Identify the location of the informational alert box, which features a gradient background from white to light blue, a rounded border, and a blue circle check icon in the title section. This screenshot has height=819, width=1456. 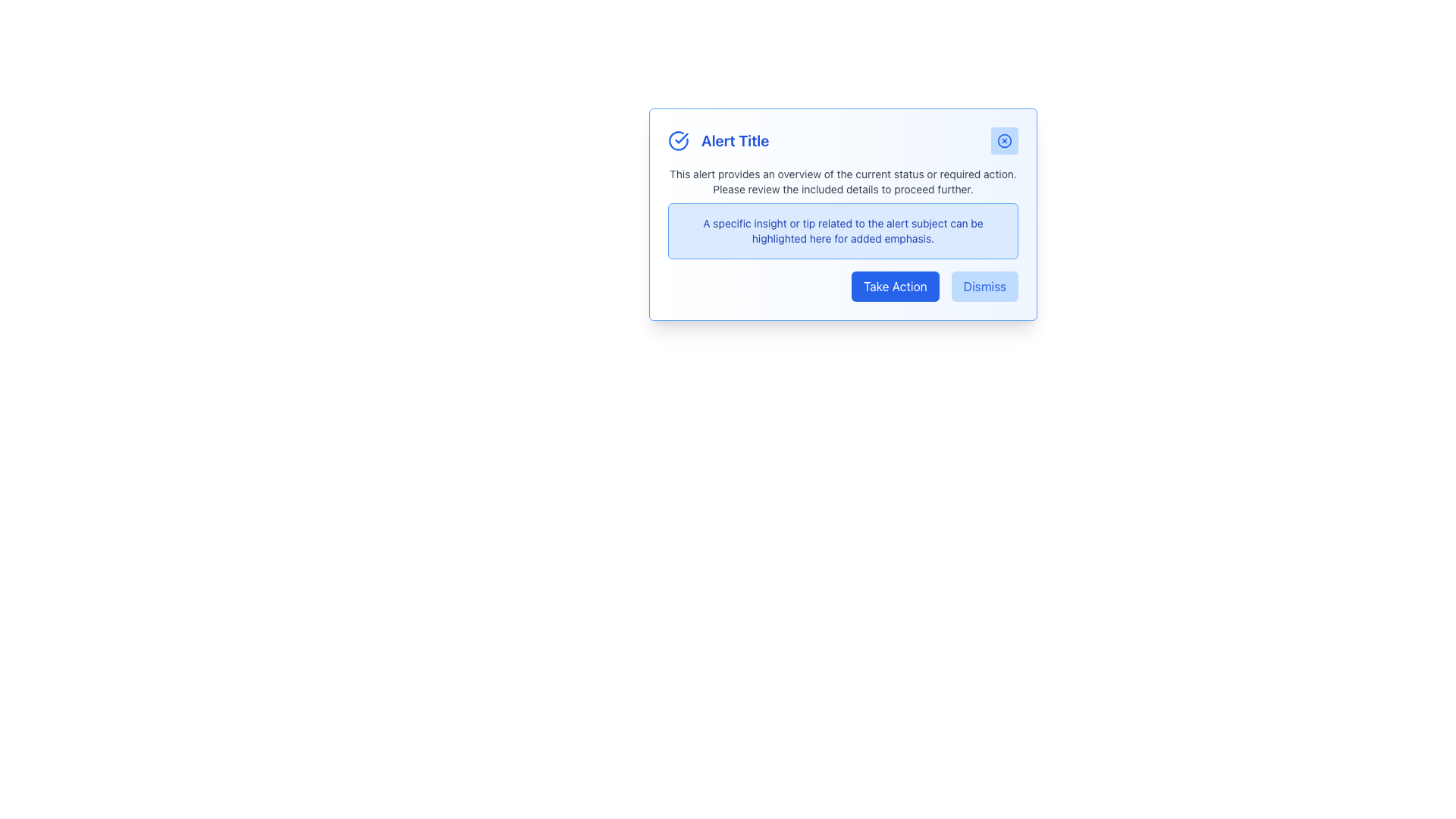
(843, 214).